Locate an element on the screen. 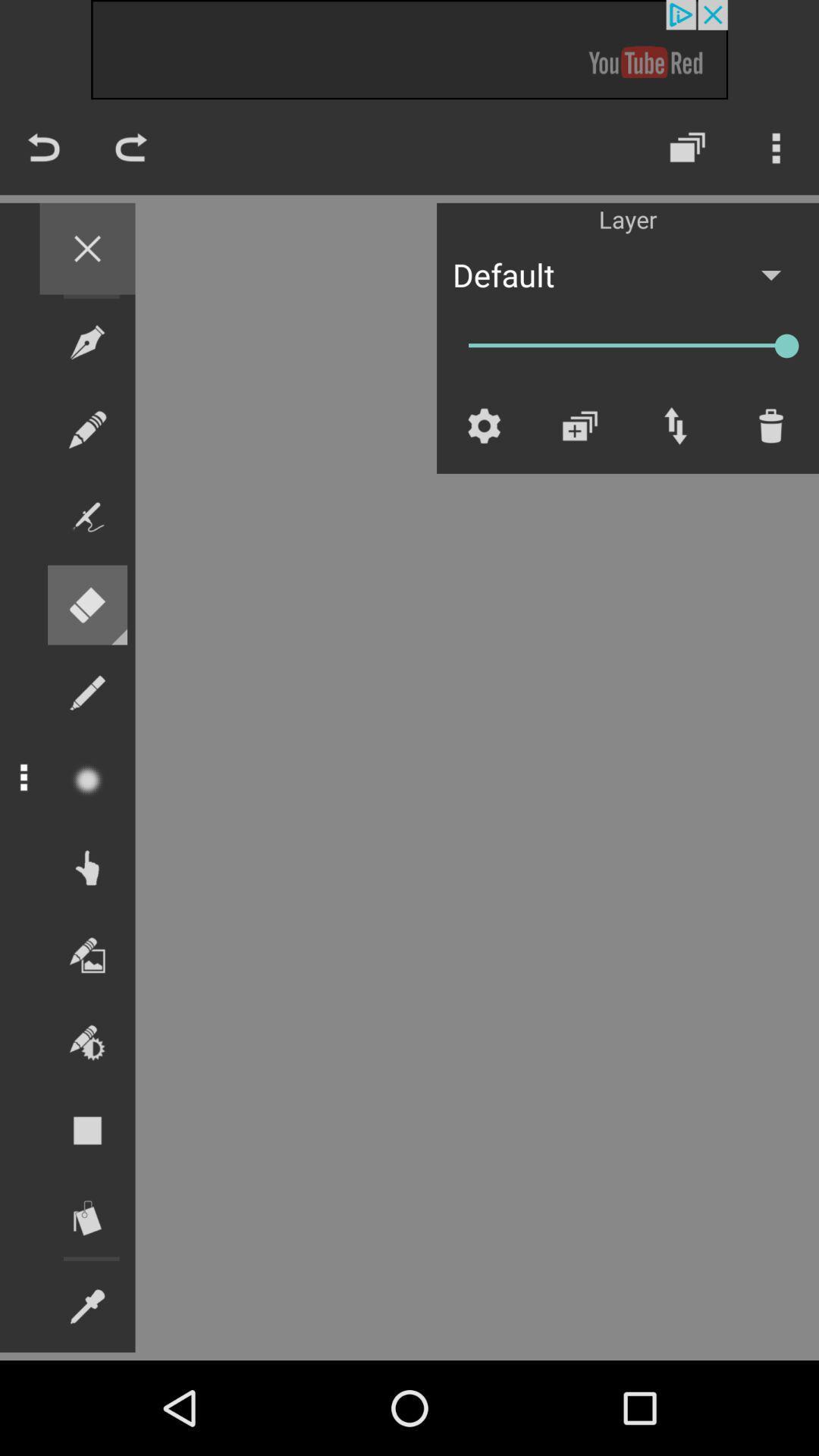 The height and width of the screenshot is (1456, 819). the redo icon is located at coordinates (130, 147).